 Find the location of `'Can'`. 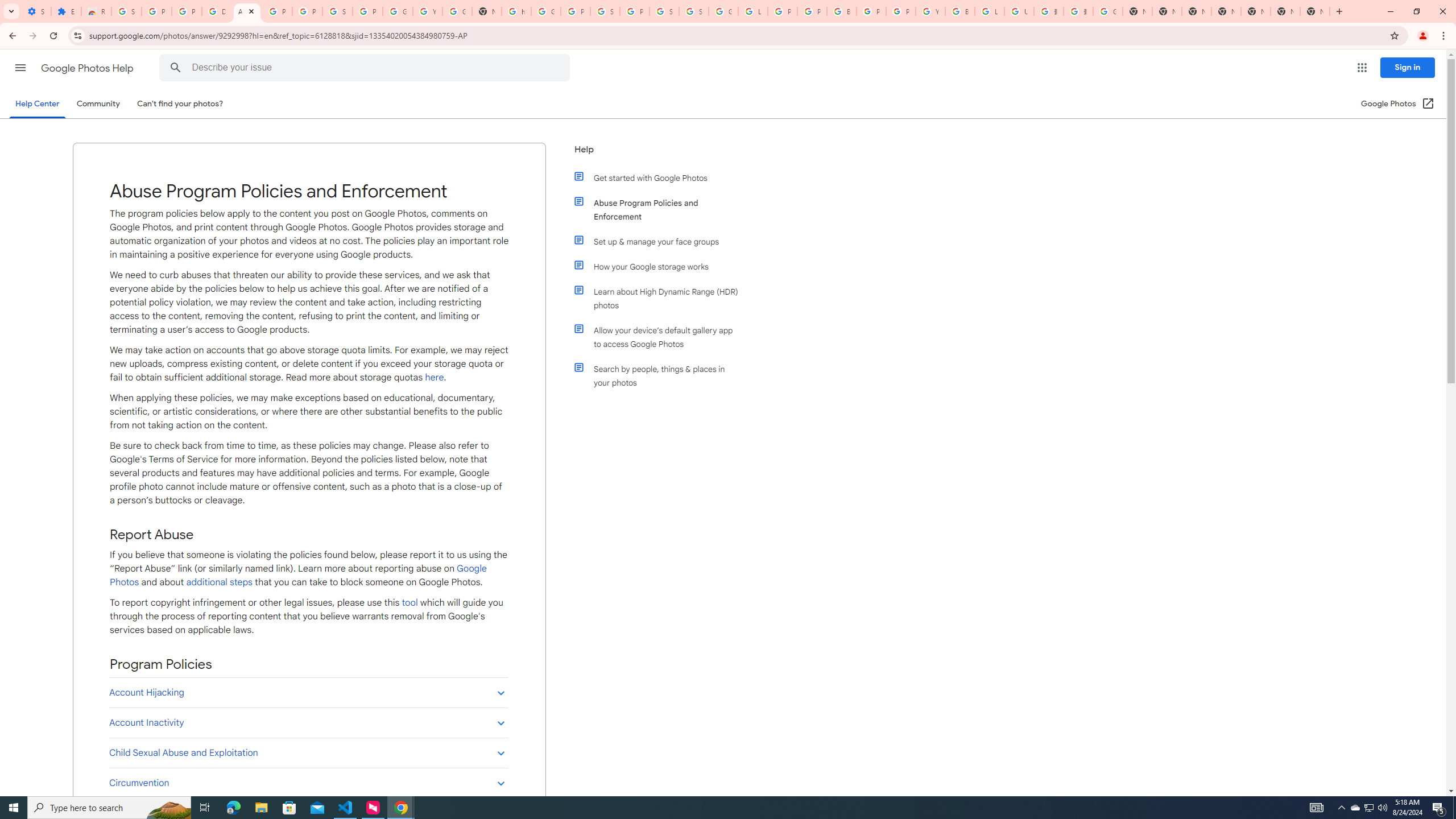

'Can' is located at coordinates (180, 103).